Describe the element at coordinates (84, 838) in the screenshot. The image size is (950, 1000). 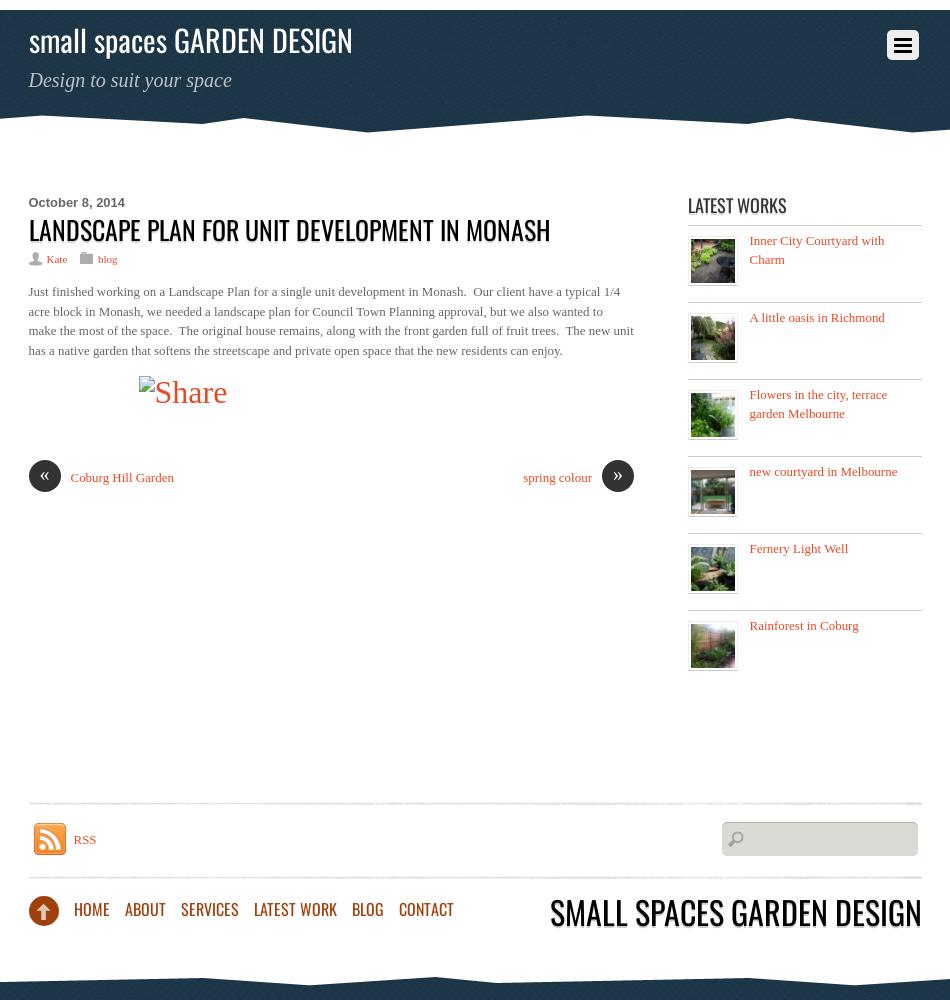
I see `'RSS'` at that location.